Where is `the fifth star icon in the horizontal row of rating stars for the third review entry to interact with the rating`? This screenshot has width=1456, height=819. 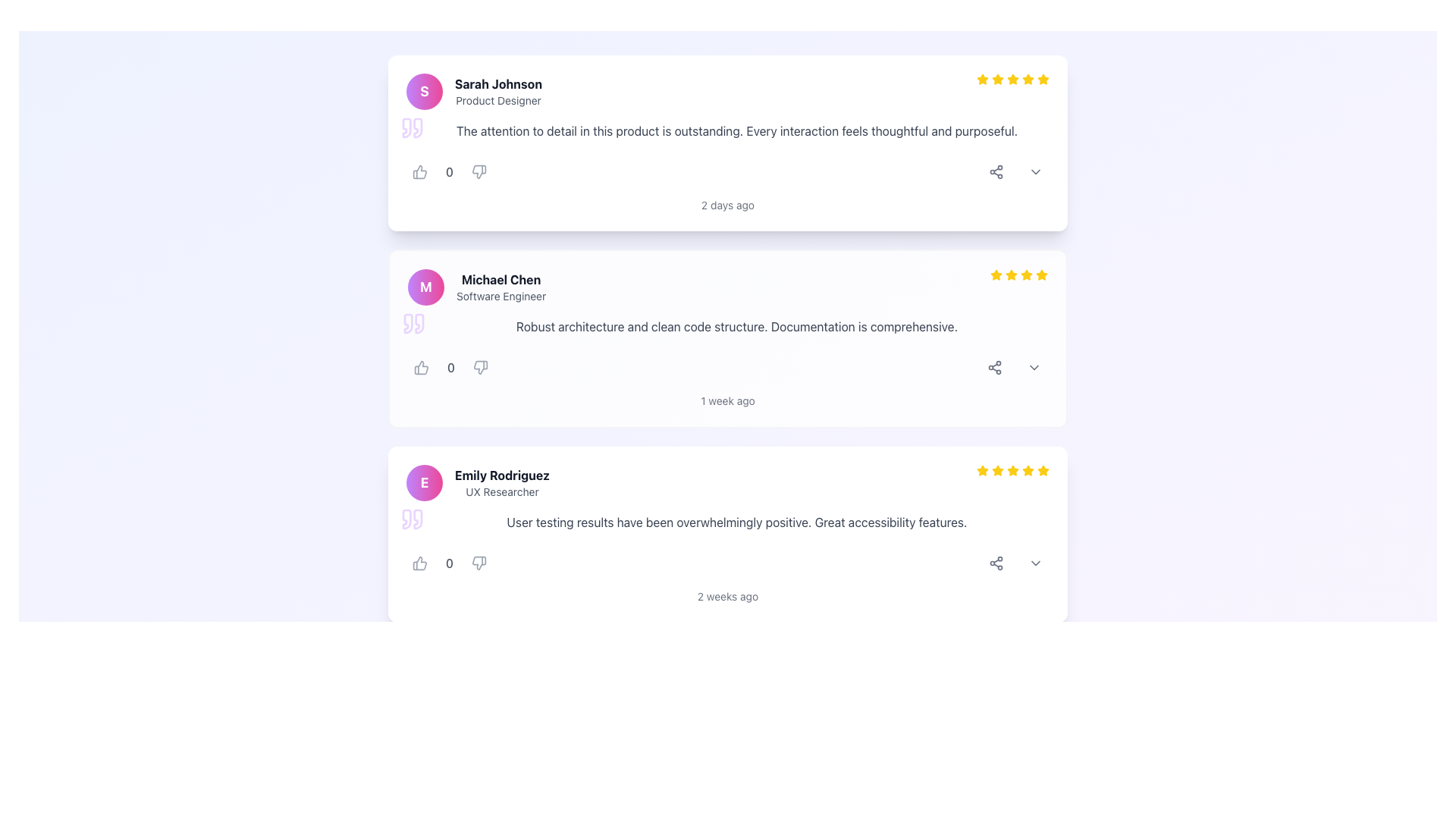
the fifth star icon in the horizontal row of rating stars for the third review entry to interact with the rating is located at coordinates (1012, 470).